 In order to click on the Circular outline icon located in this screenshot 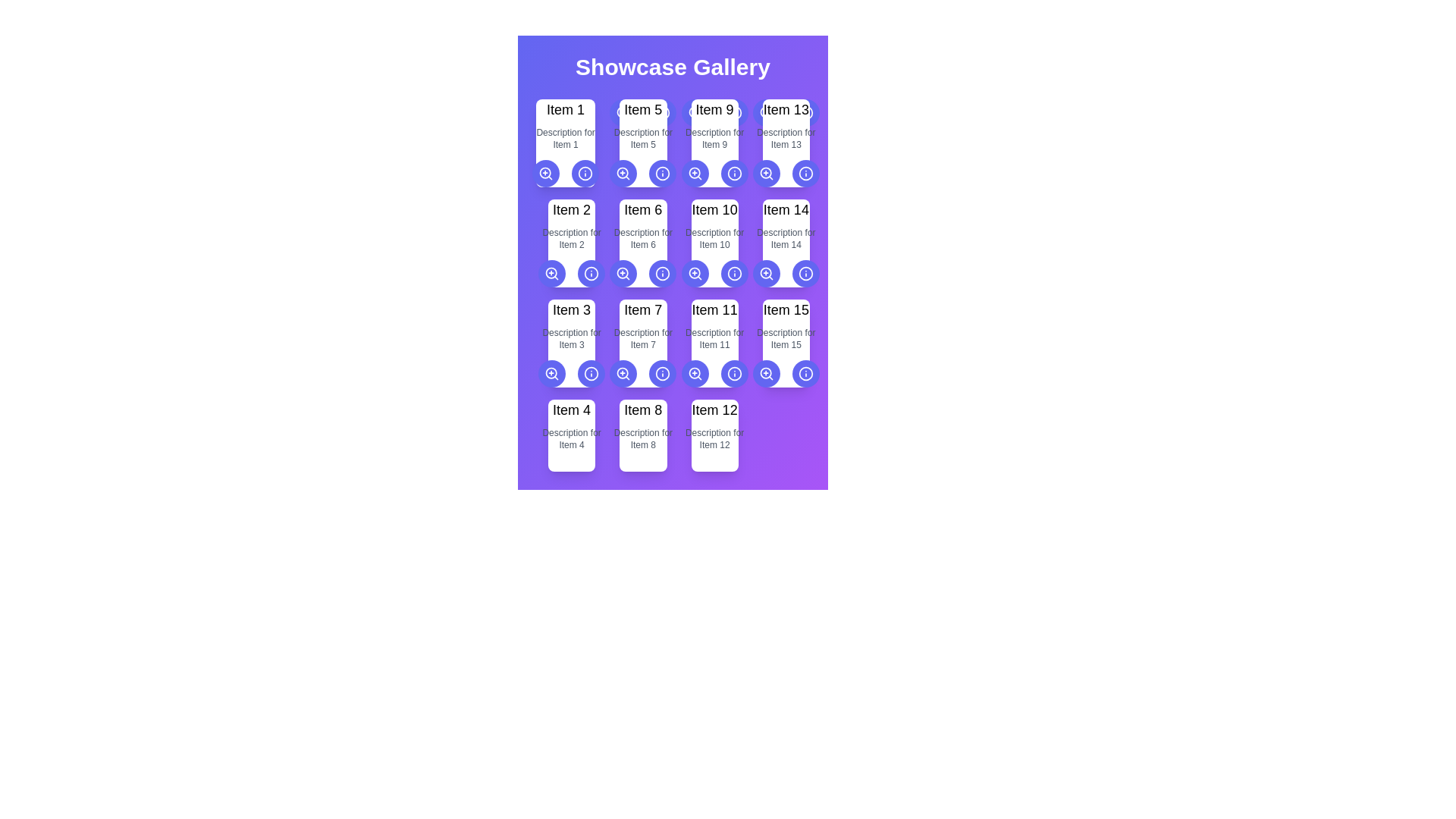, I will do `click(805, 274)`.